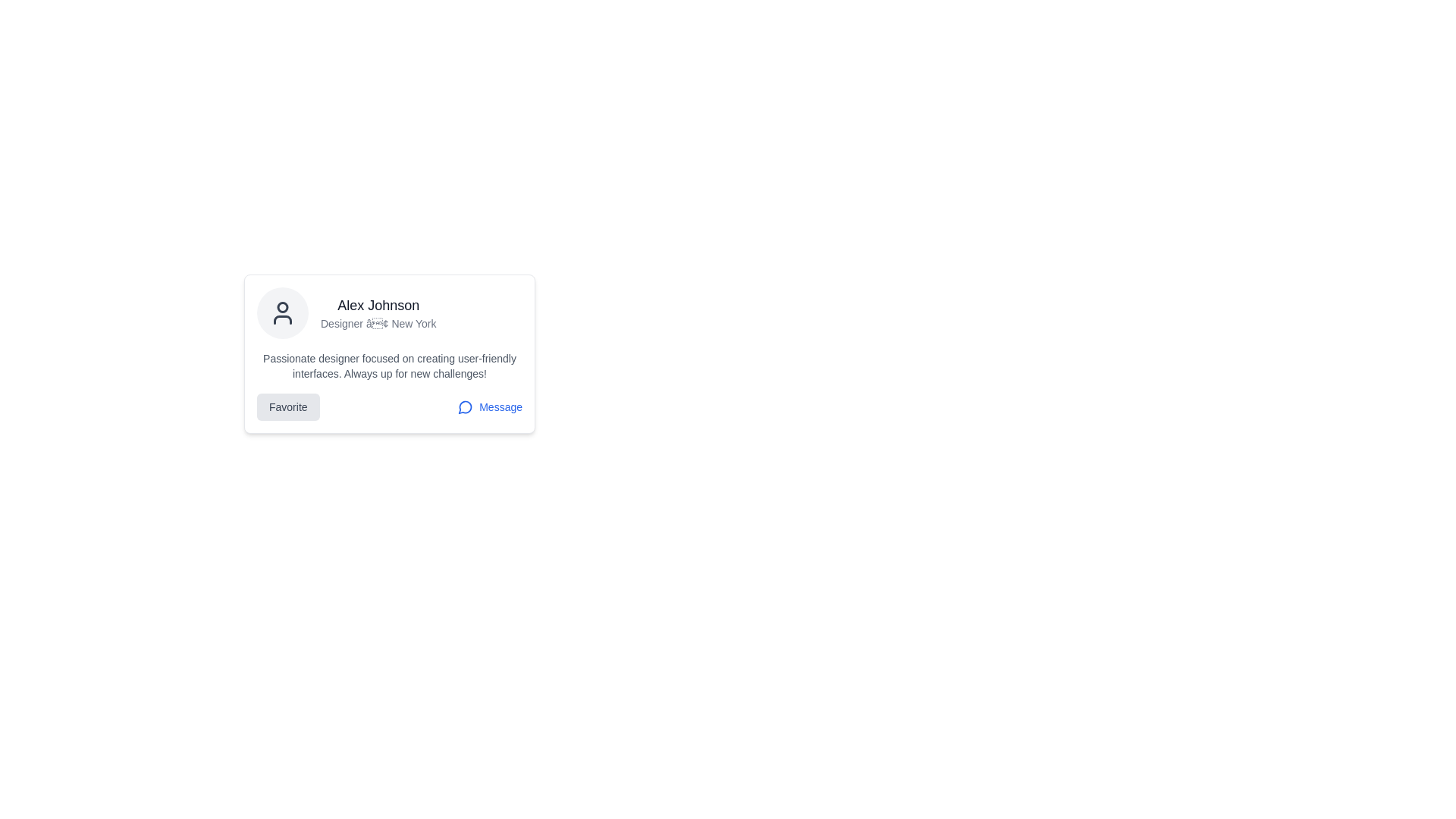 This screenshot has height=819, width=1456. What do you see at coordinates (389, 366) in the screenshot?
I see `text content of the text block that describes the user as a passionate designer, located in the middle section of the user profile card, positioned third among its sibling elements` at bounding box center [389, 366].